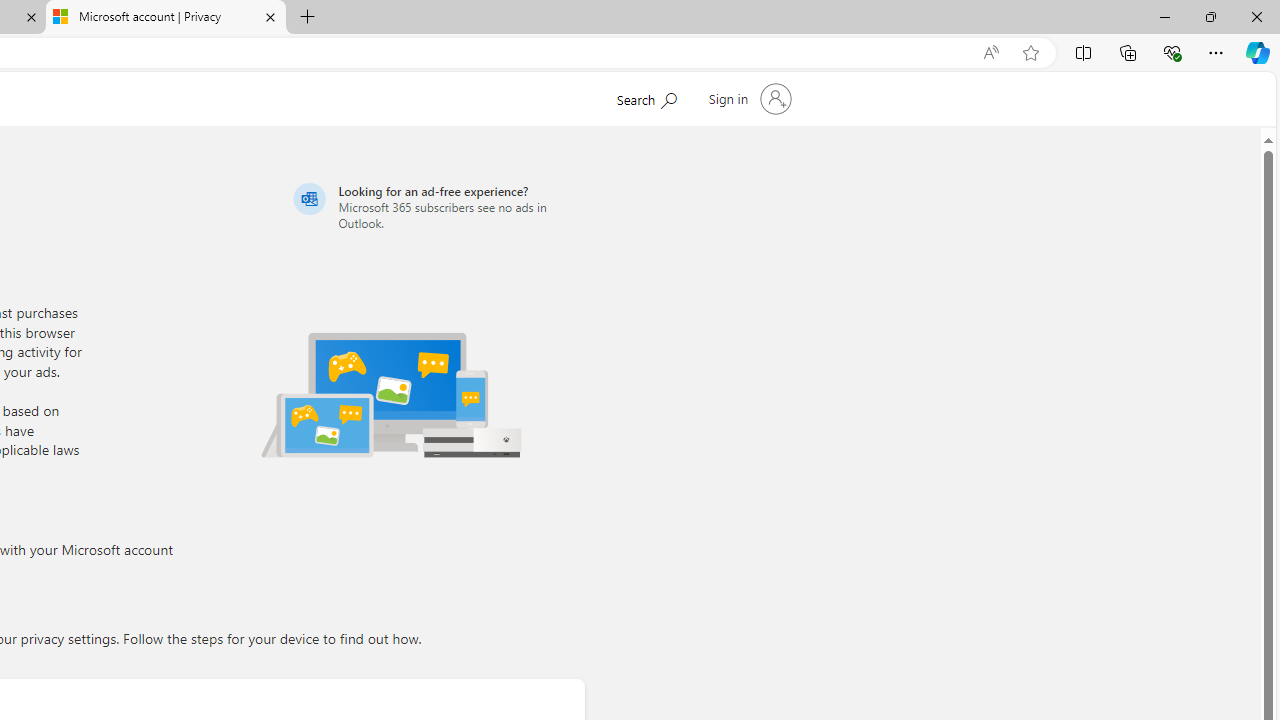 This screenshot has height=720, width=1280. Describe the element at coordinates (747, 99) in the screenshot. I see `'Sign in to your account'` at that location.